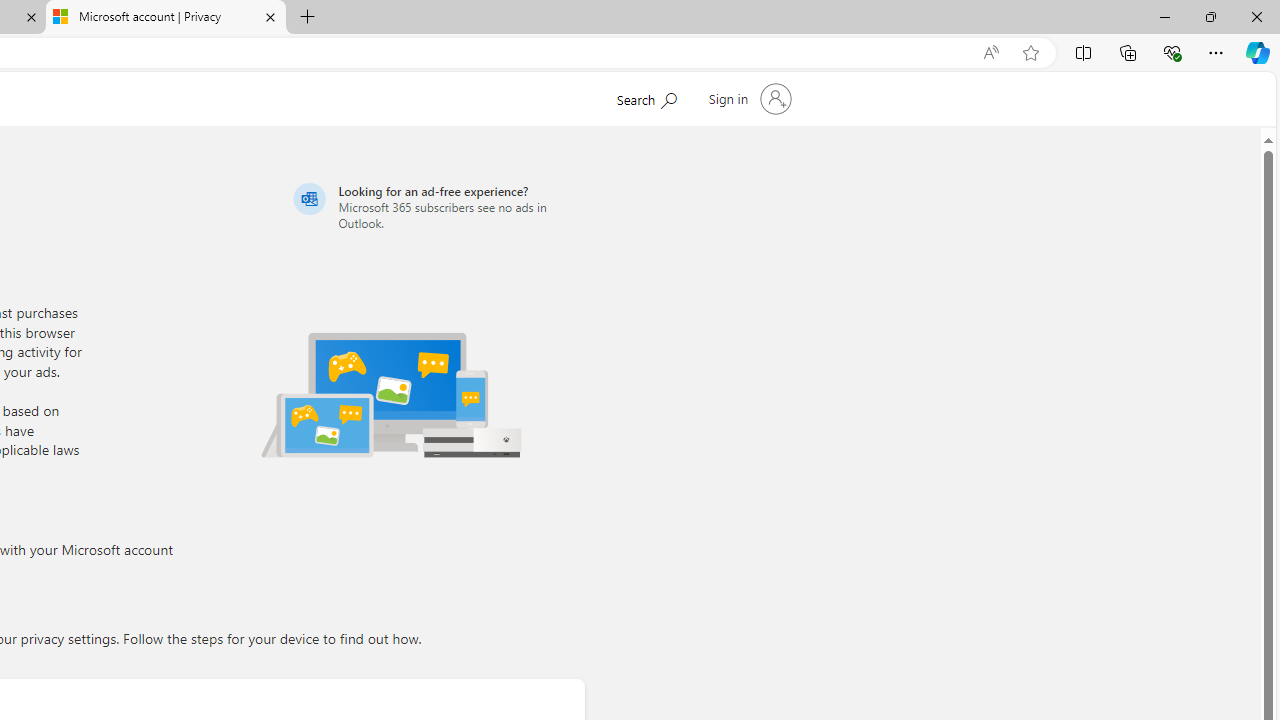 This screenshot has height=720, width=1280. Describe the element at coordinates (747, 99) in the screenshot. I see `'Sign in to your account'` at that location.